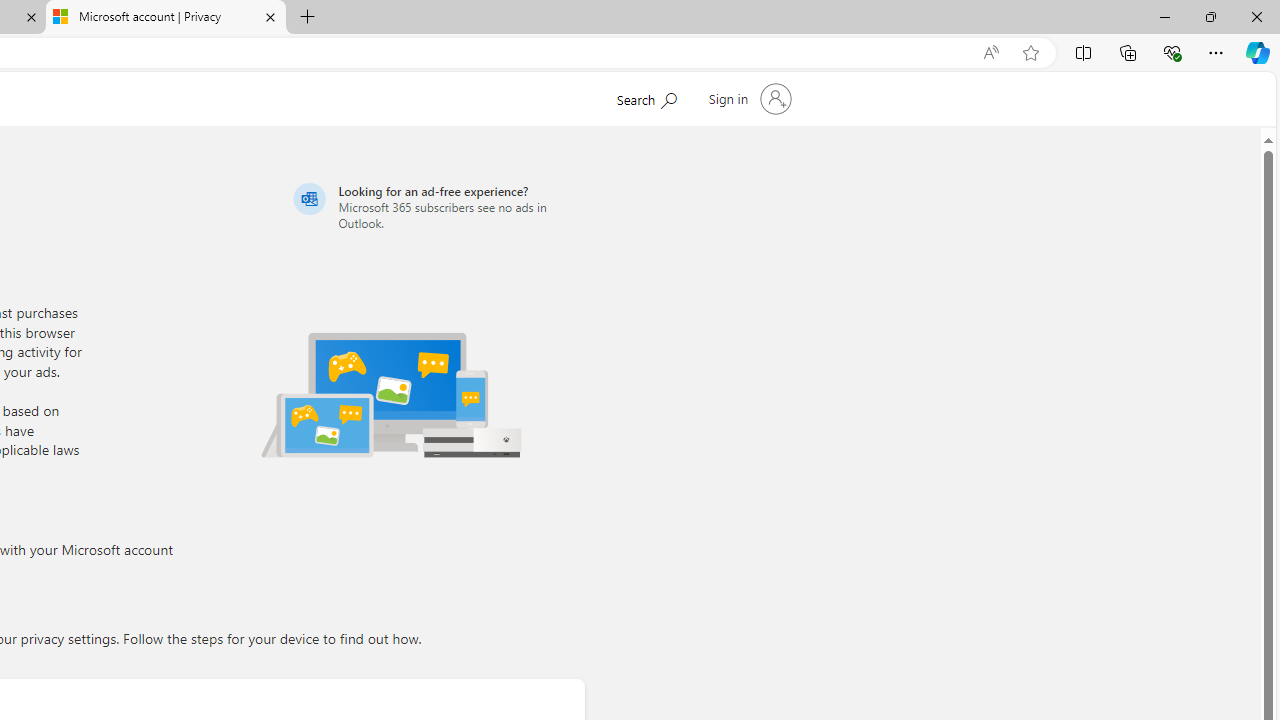 This screenshot has height=720, width=1280. Describe the element at coordinates (747, 99) in the screenshot. I see `'Sign in to your account'` at that location.